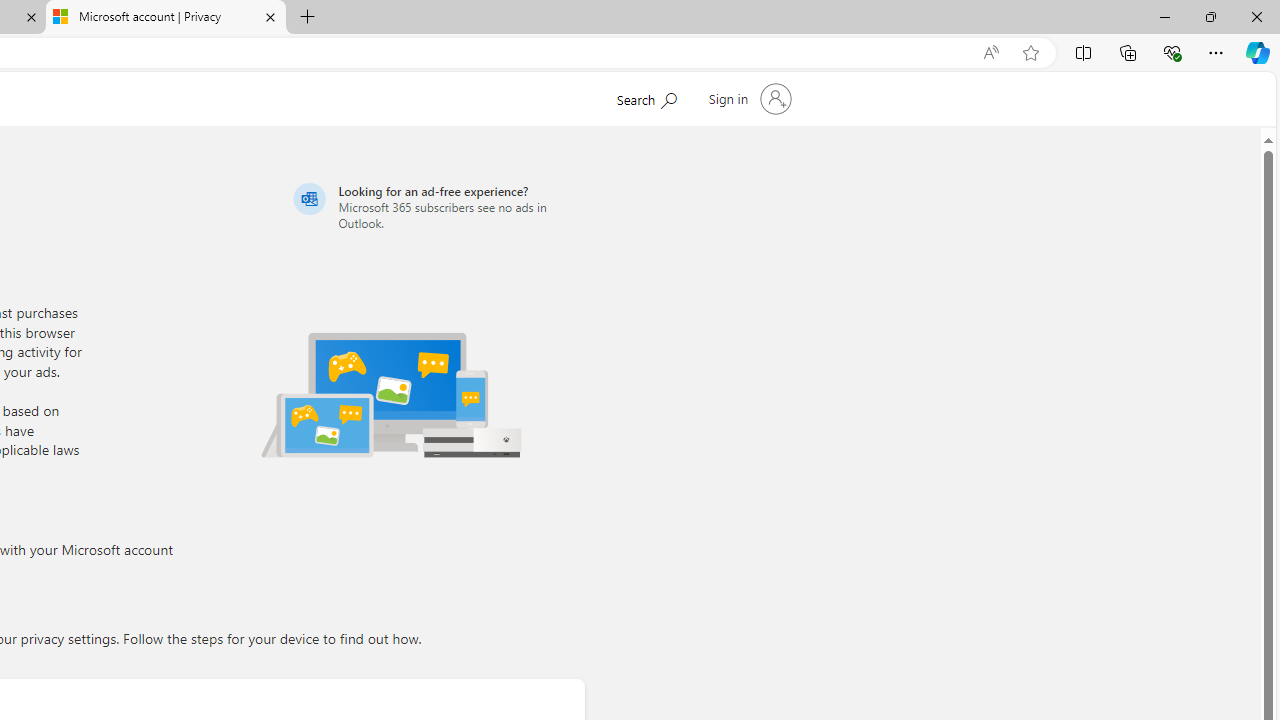 This screenshot has height=720, width=1280. Describe the element at coordinates (747, 99) in the screenshot. I see `'Sign in to your account'` at that location.